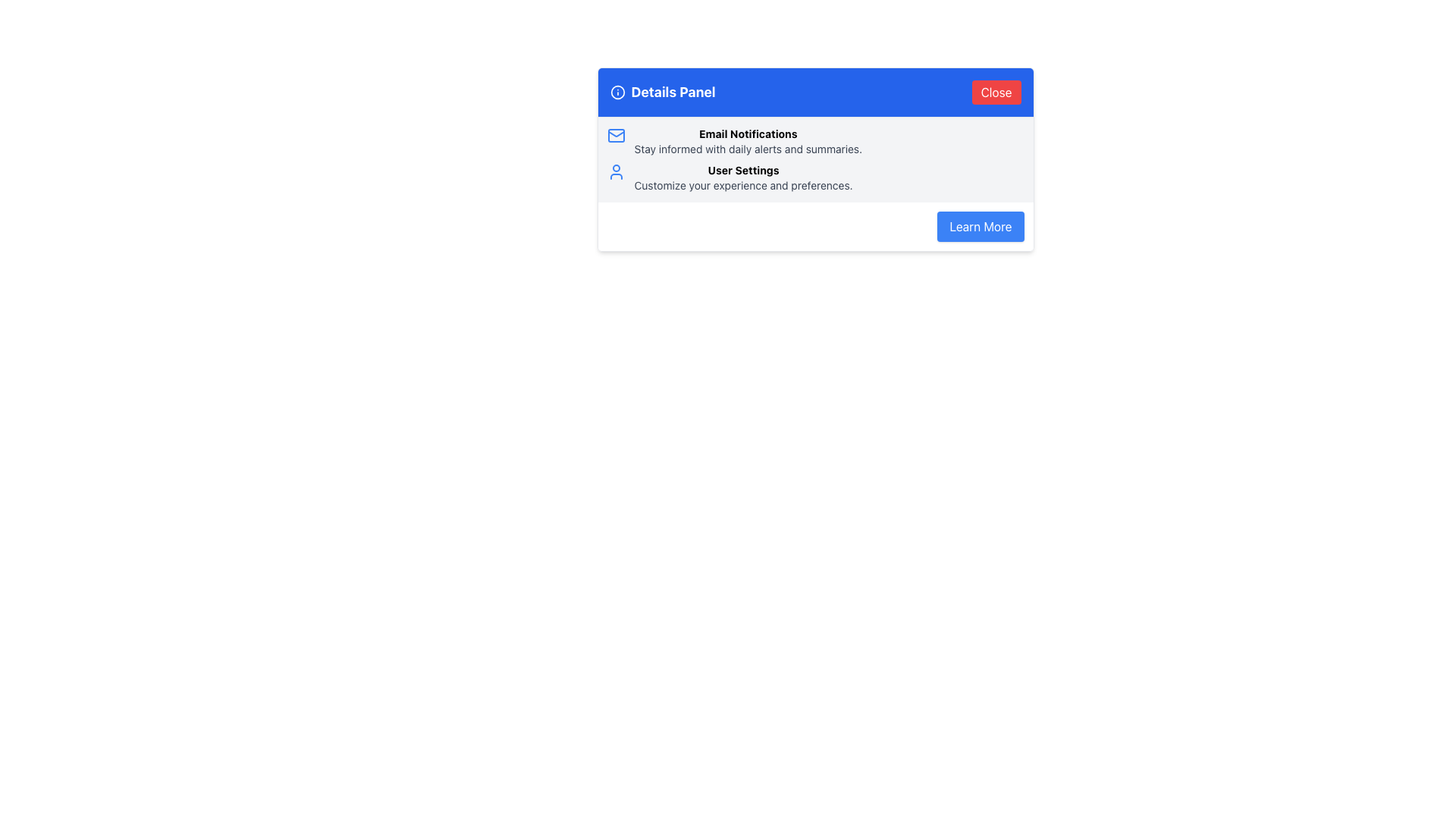  What do you see at coordinates (673, 93) in the screenshot?
I see `the 'Details Panel' text label, which is displayed in bold white font on a blue header bar of the pop-up panel` at bounding box center [673, 93].